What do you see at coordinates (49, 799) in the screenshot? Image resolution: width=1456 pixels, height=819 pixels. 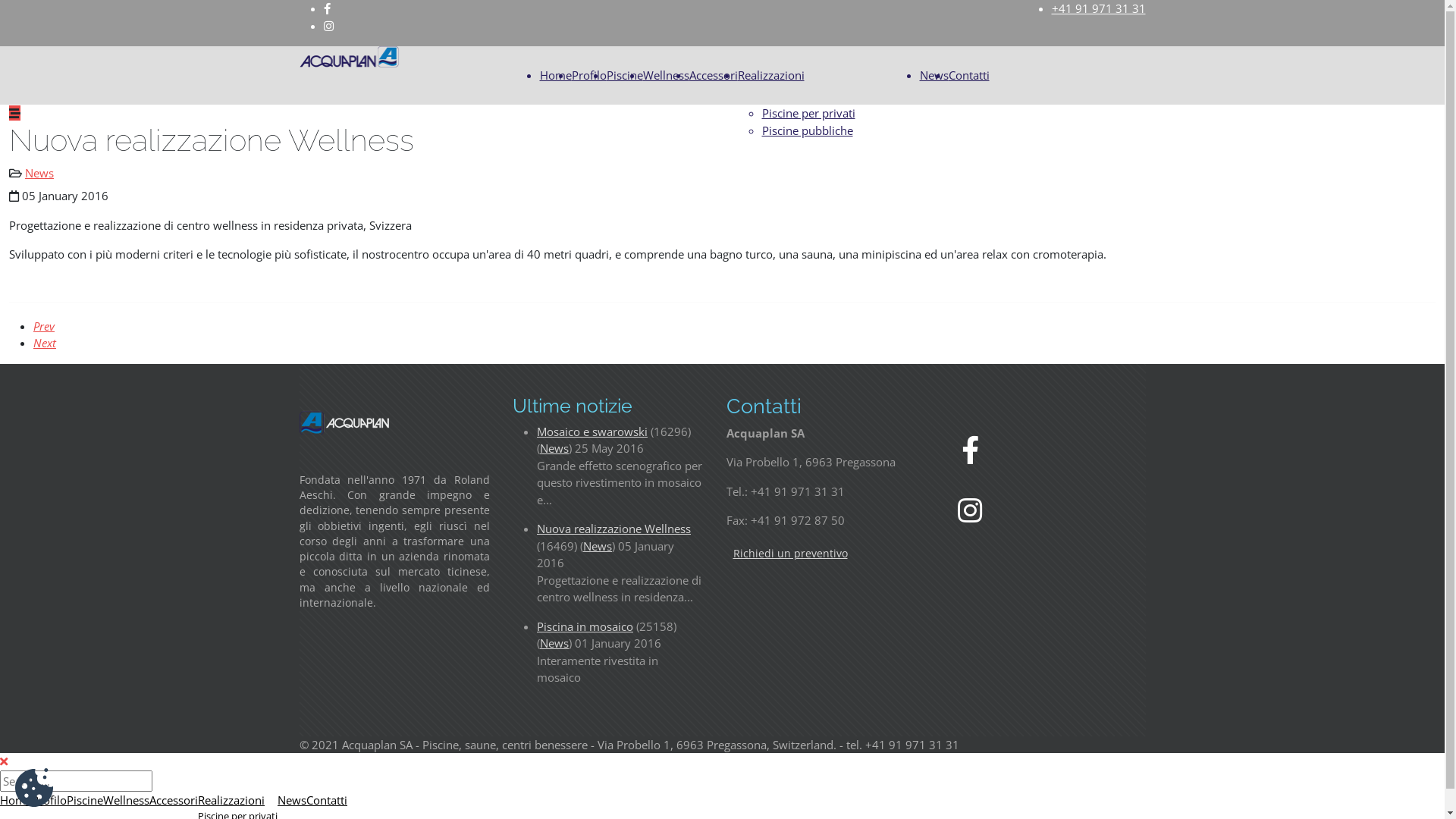 I see `'Profilo'` at bounding box center [49, 799].